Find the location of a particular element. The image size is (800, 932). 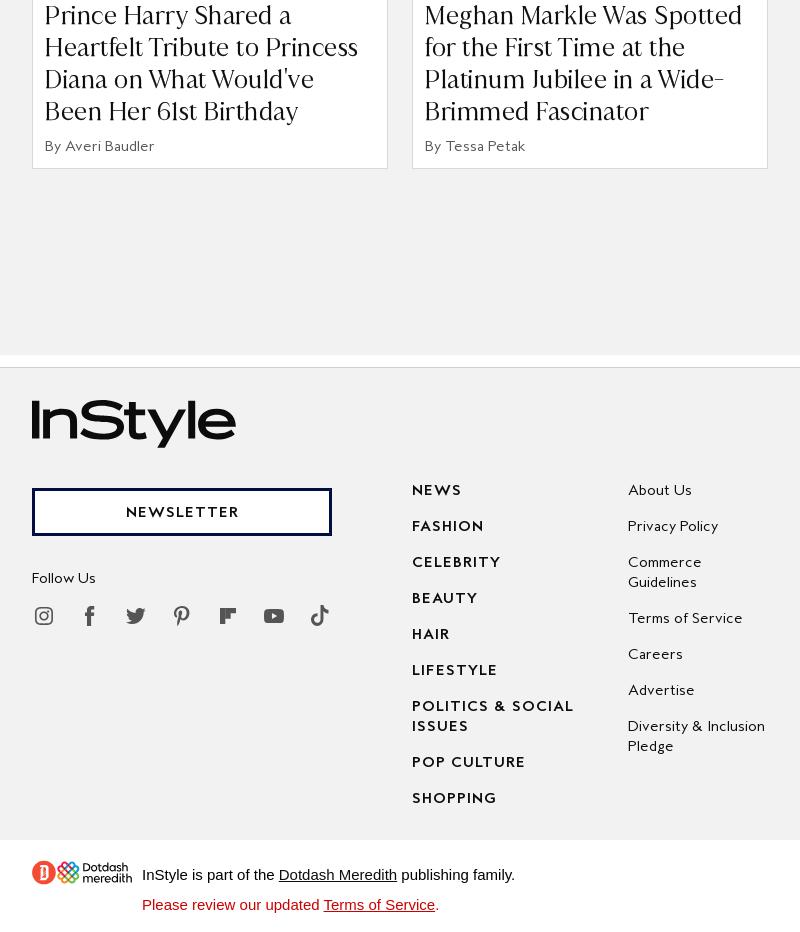

'Commerce Guidelines' is located at coordinates (626, 571).